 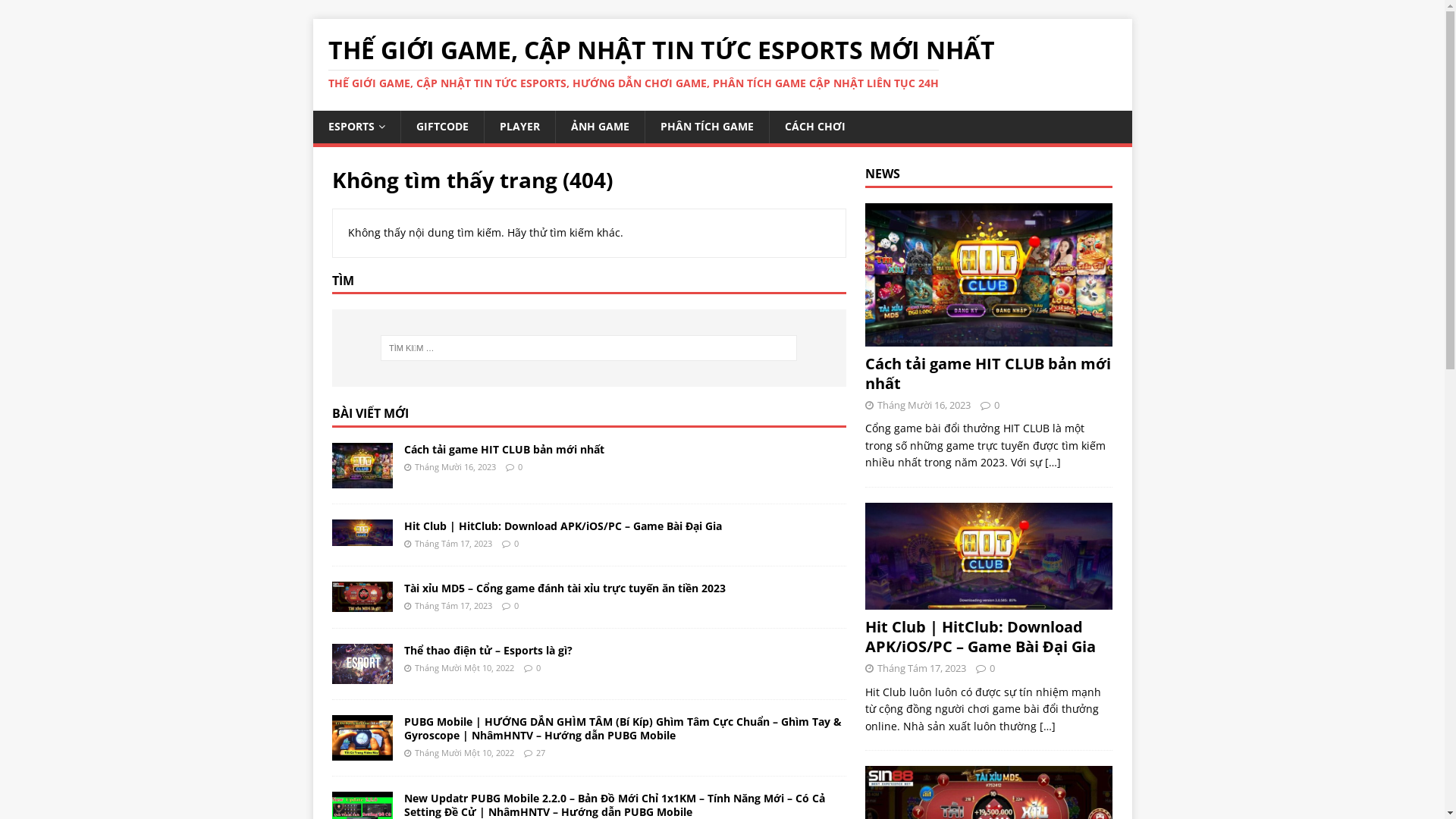 I want to click on '27', so click(x=539, y=752).